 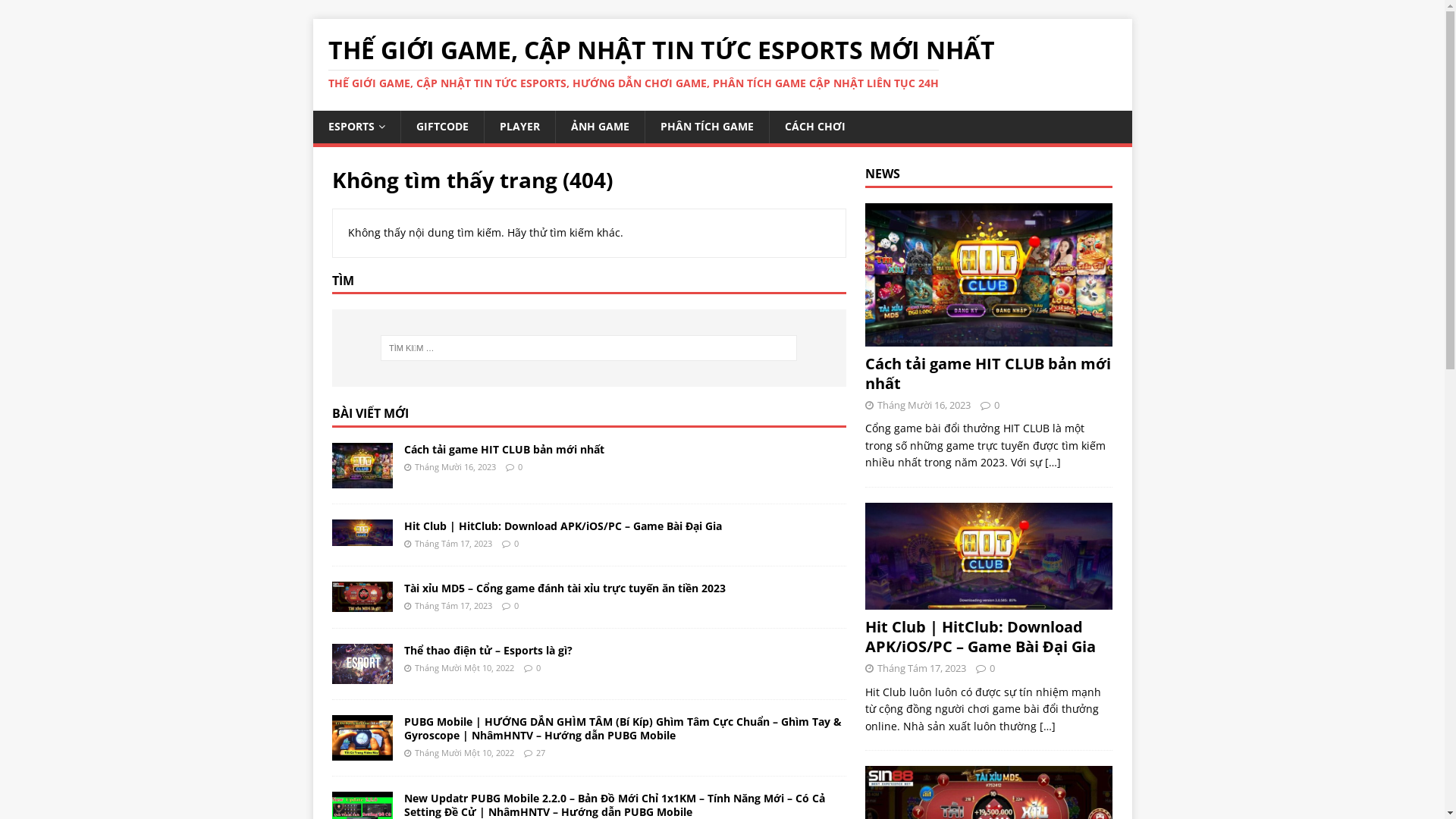 I want to click on '27', so click(x=539, y=752).